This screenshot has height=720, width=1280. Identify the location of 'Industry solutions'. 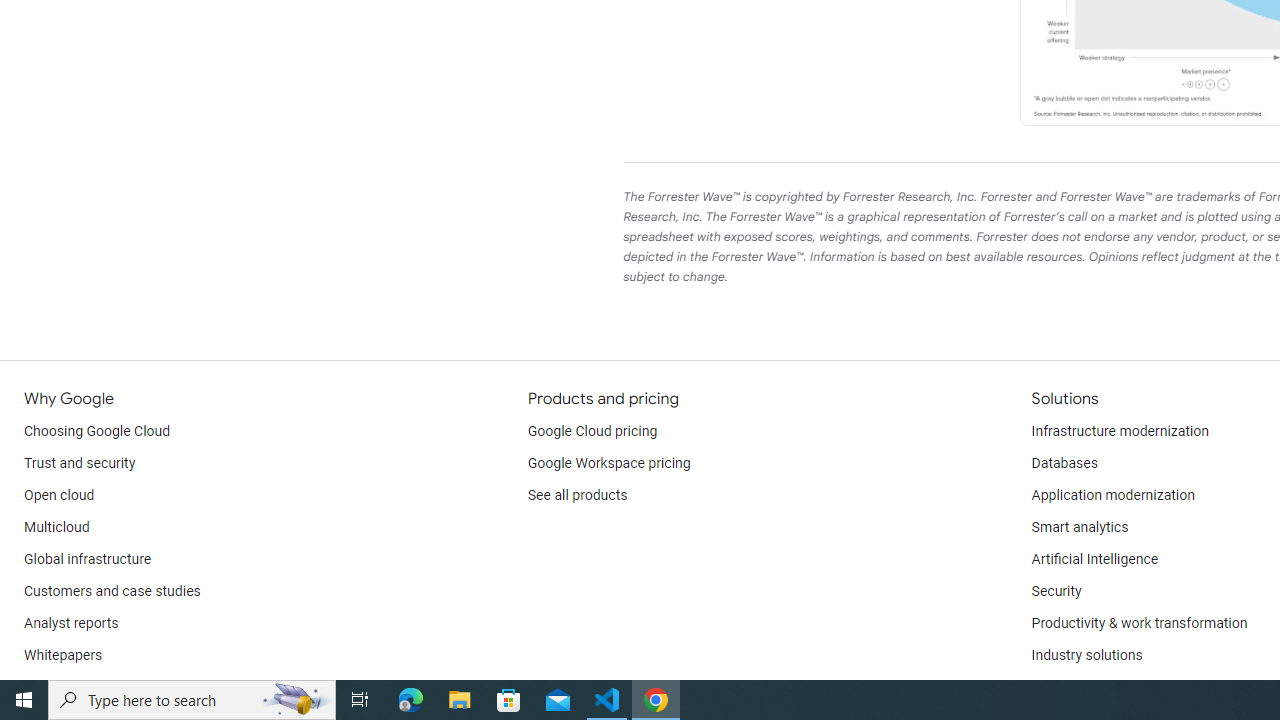
(1085, 655).